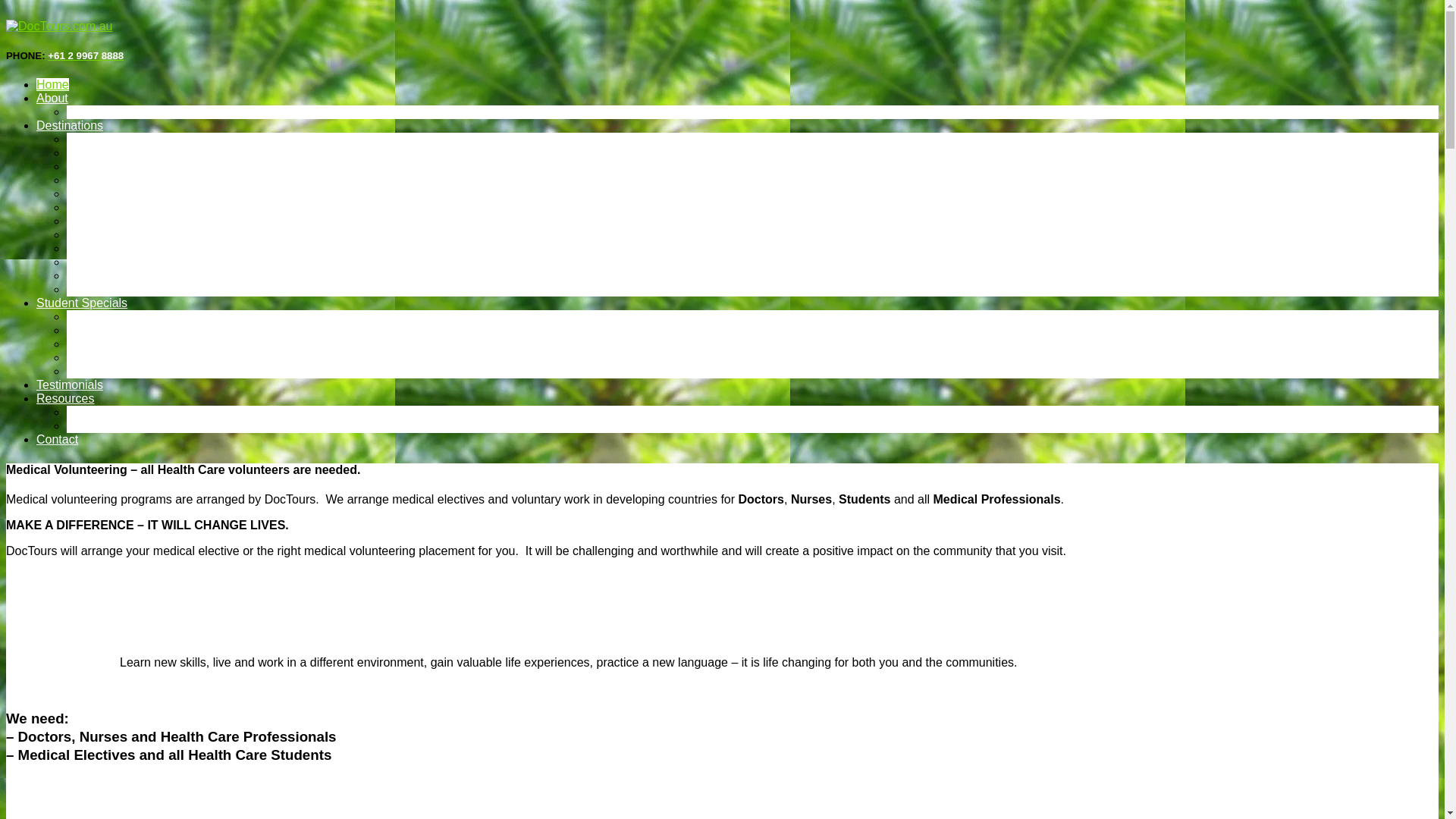 The image size is (1456, 819). Describe the element at coordinates (64, 397) in the screenshot. I see `'Resources'` at that location.